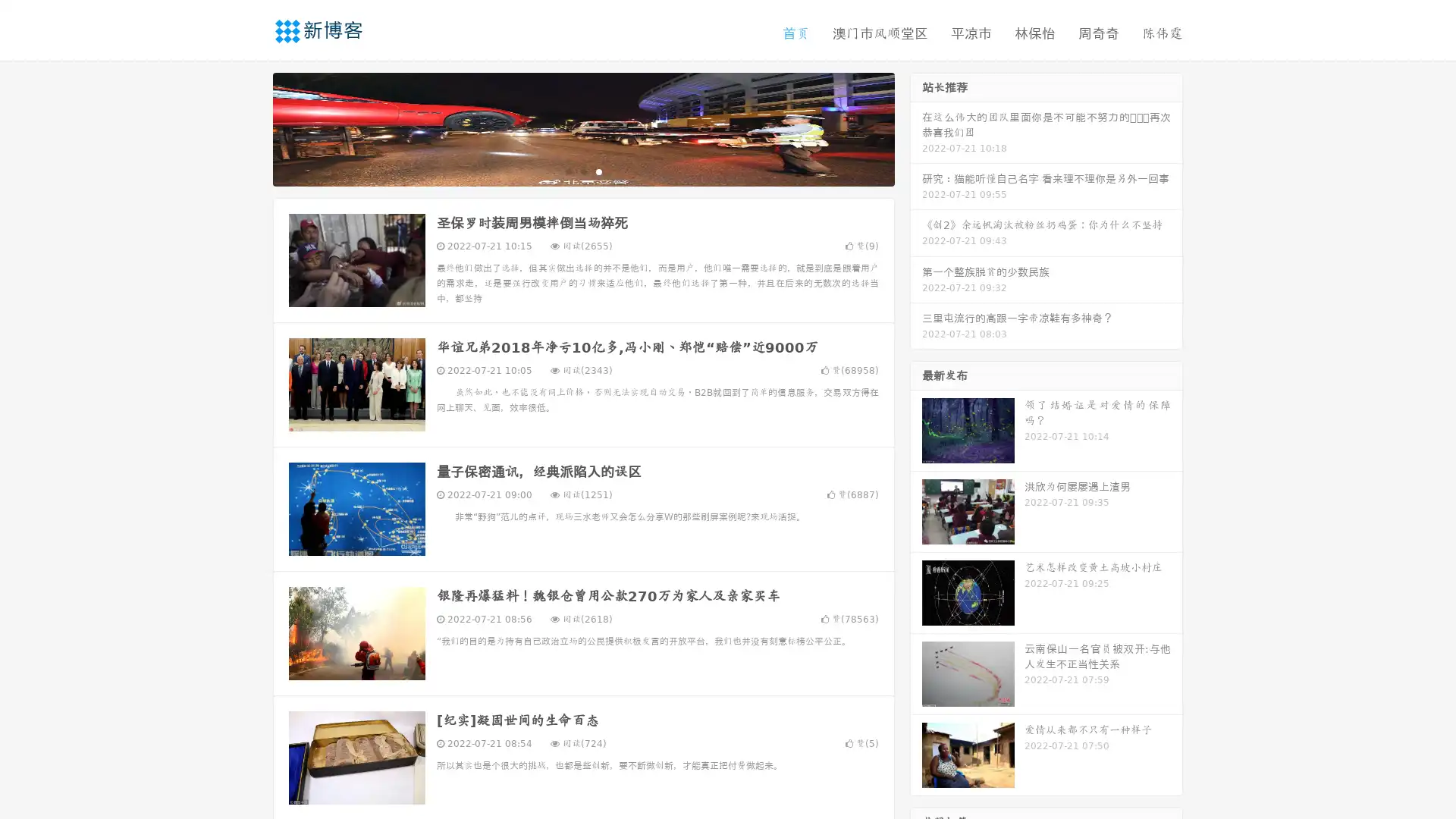 Image resolution: width=1456 pixels, height=819 pixels. Describe the element at coordinates (582, 171) in the screenshot. I see `Go to slide 2` at that location.